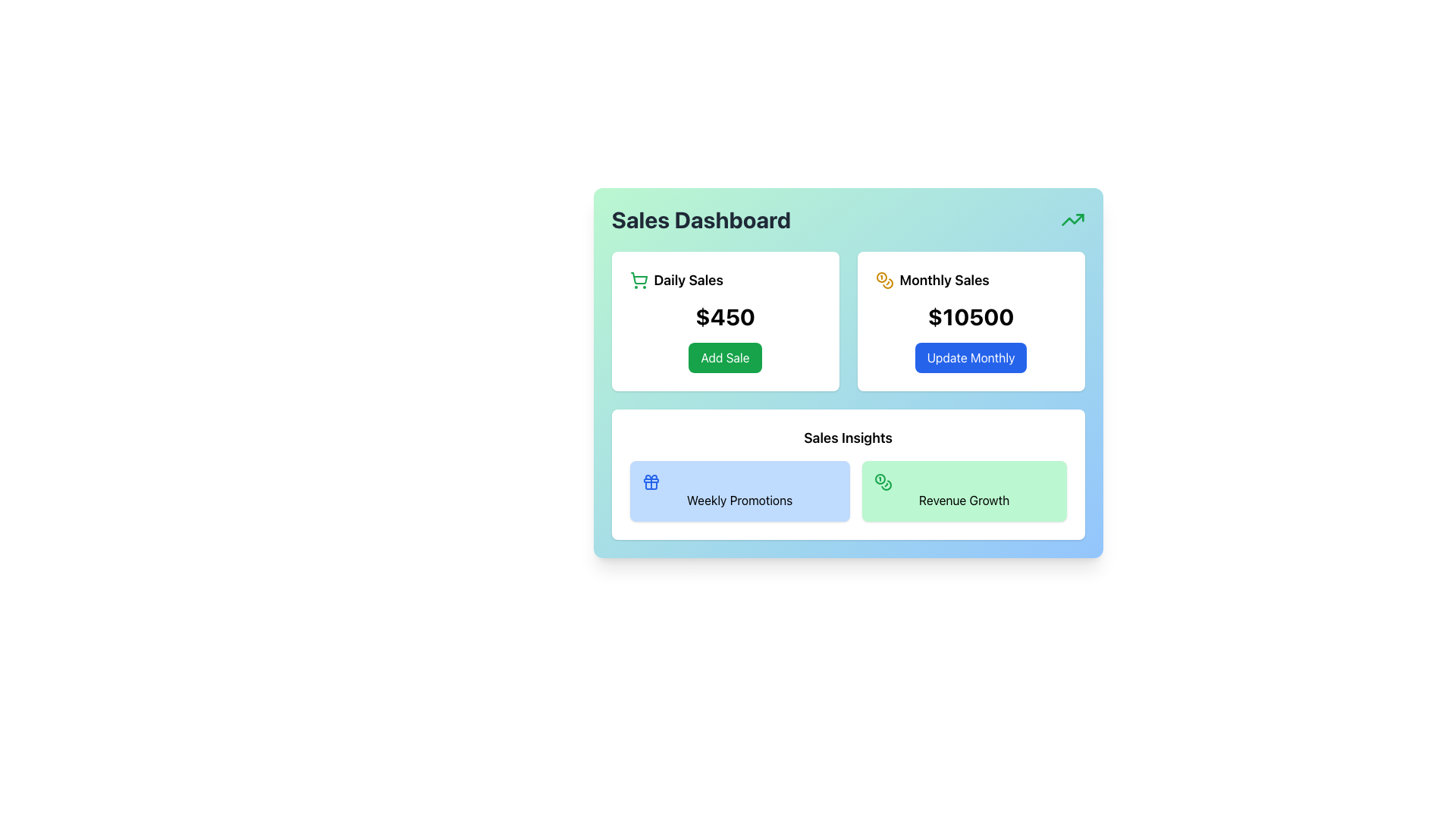 This screenshot has height=819, width=1456. I want to click on the 'Weekly Promotions' display card located in the lower-left quadrant of the 'Sales Insights' section to engage with any associated dynamic elements, so click(739, 491).